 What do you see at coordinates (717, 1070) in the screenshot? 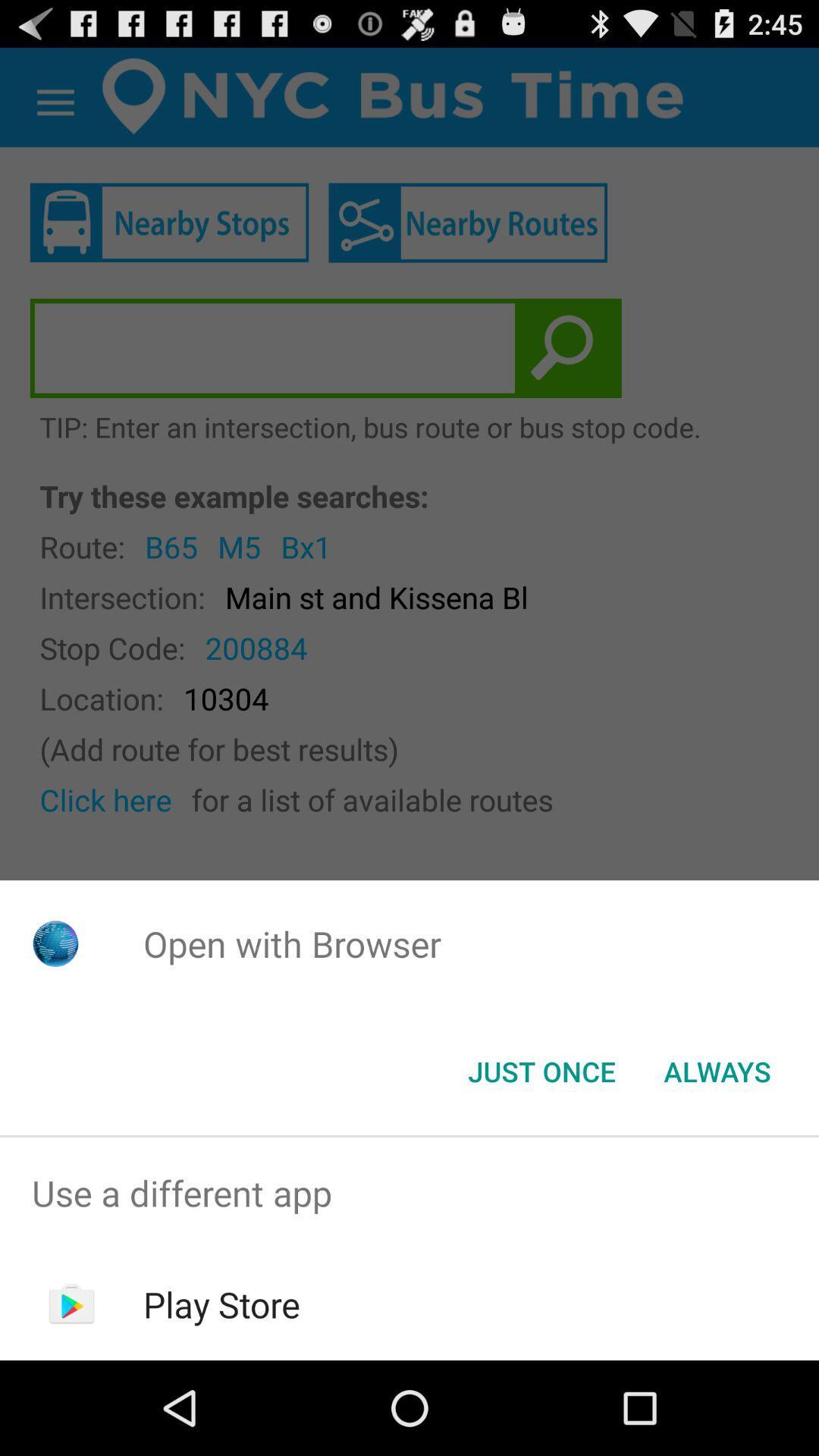
I see `always icon` at bounding box center [717, 1070].